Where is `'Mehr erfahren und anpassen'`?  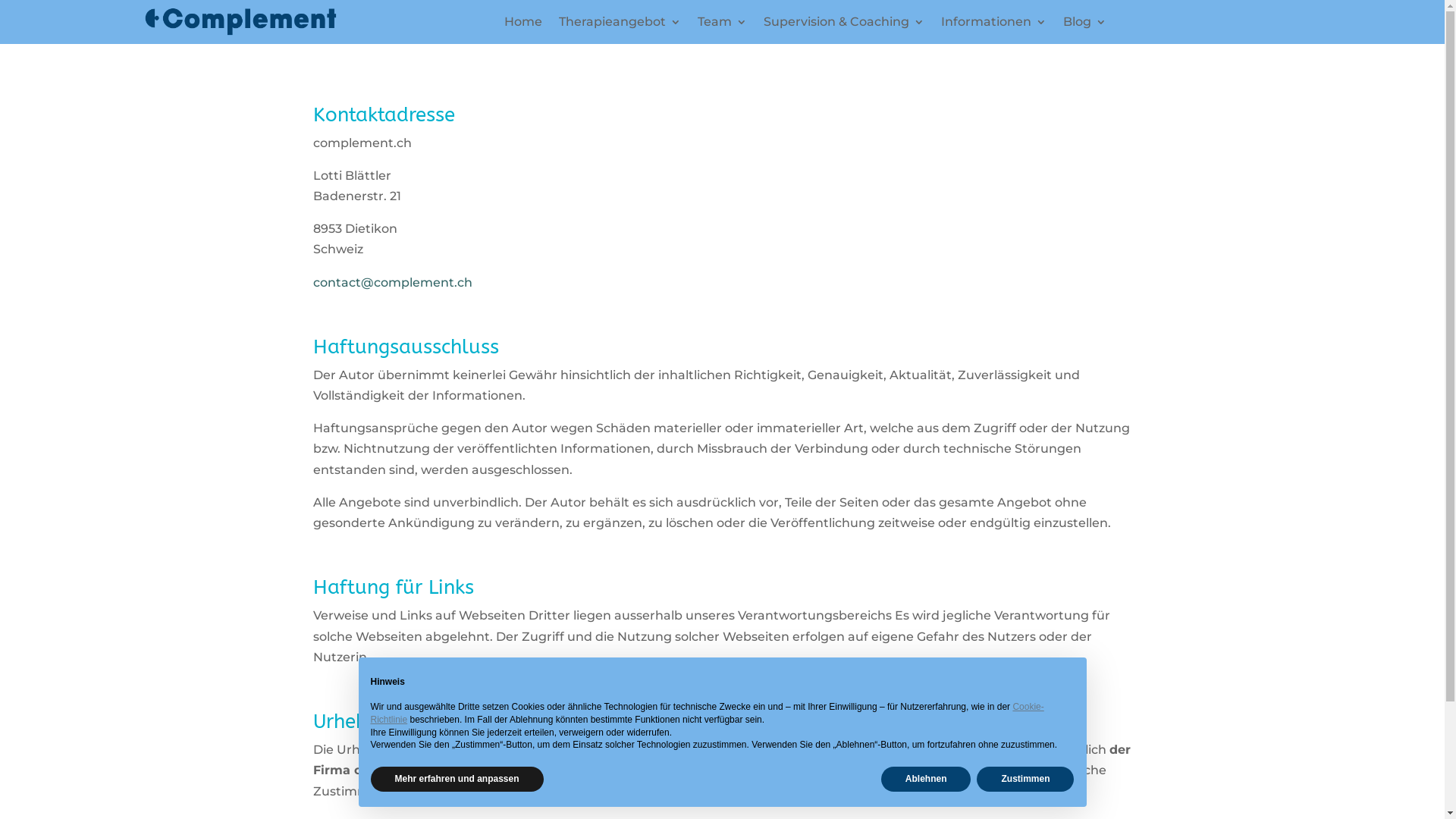
'Mehr erfahren und anpassen' is located at coordinates (455, 779).